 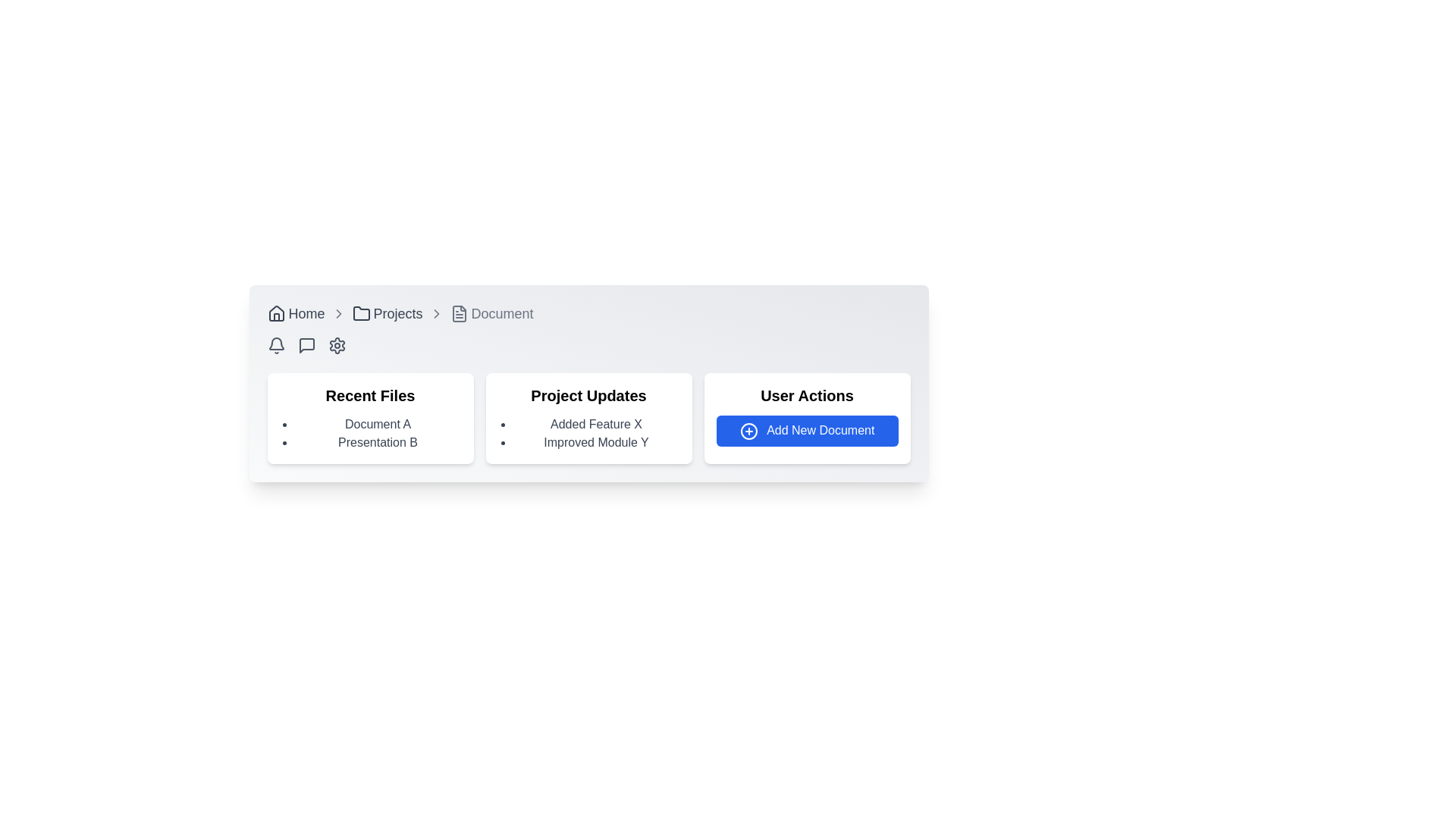 I want to click on the unordered list containing project updates located in the center card labeled 'Project Updates', positioned below the title text, so click(x=588, y=433).